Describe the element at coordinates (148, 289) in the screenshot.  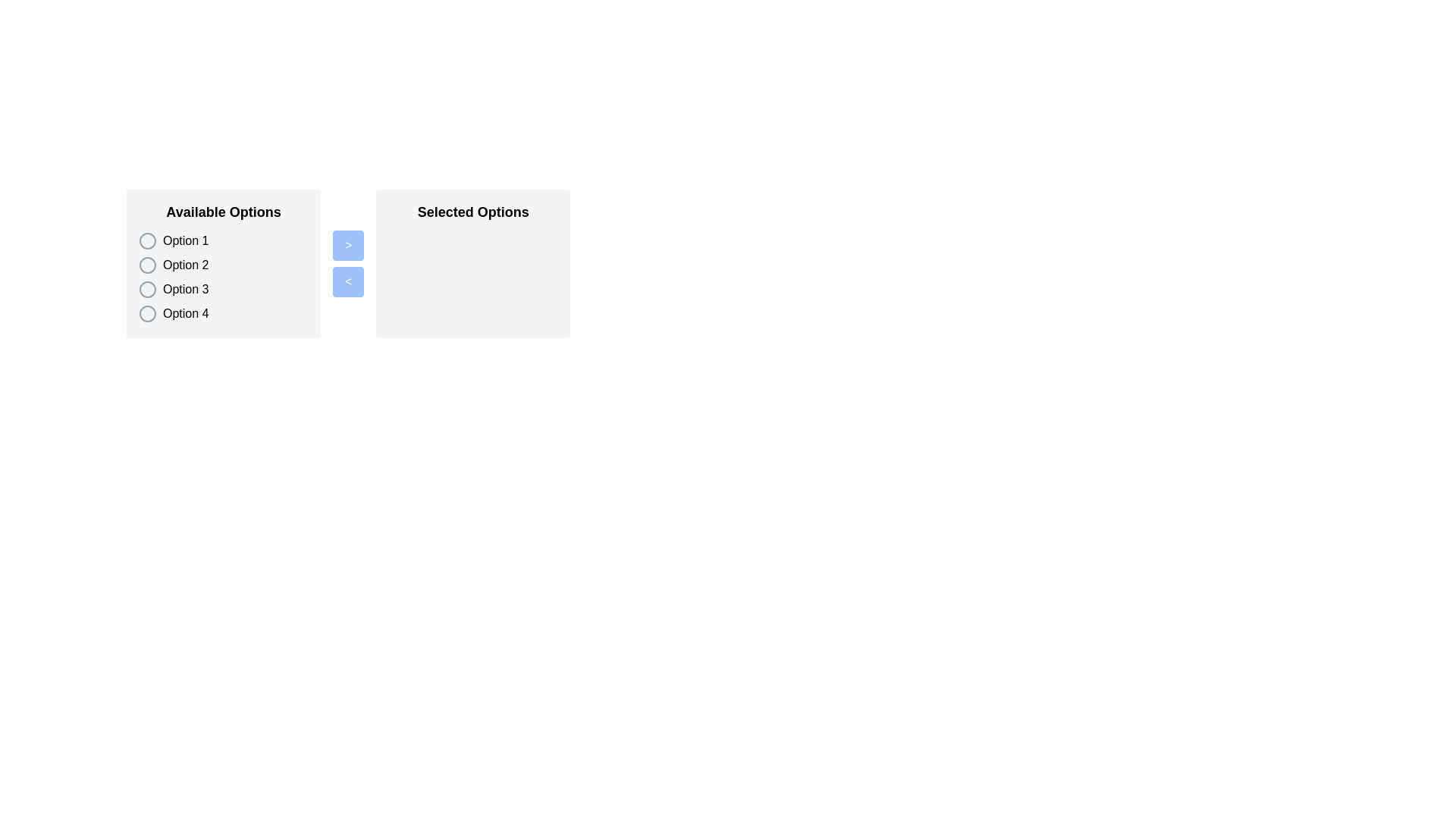
I see `the filled circle radio button indicator for Option 3 in the 'Available Options' section` at that location.